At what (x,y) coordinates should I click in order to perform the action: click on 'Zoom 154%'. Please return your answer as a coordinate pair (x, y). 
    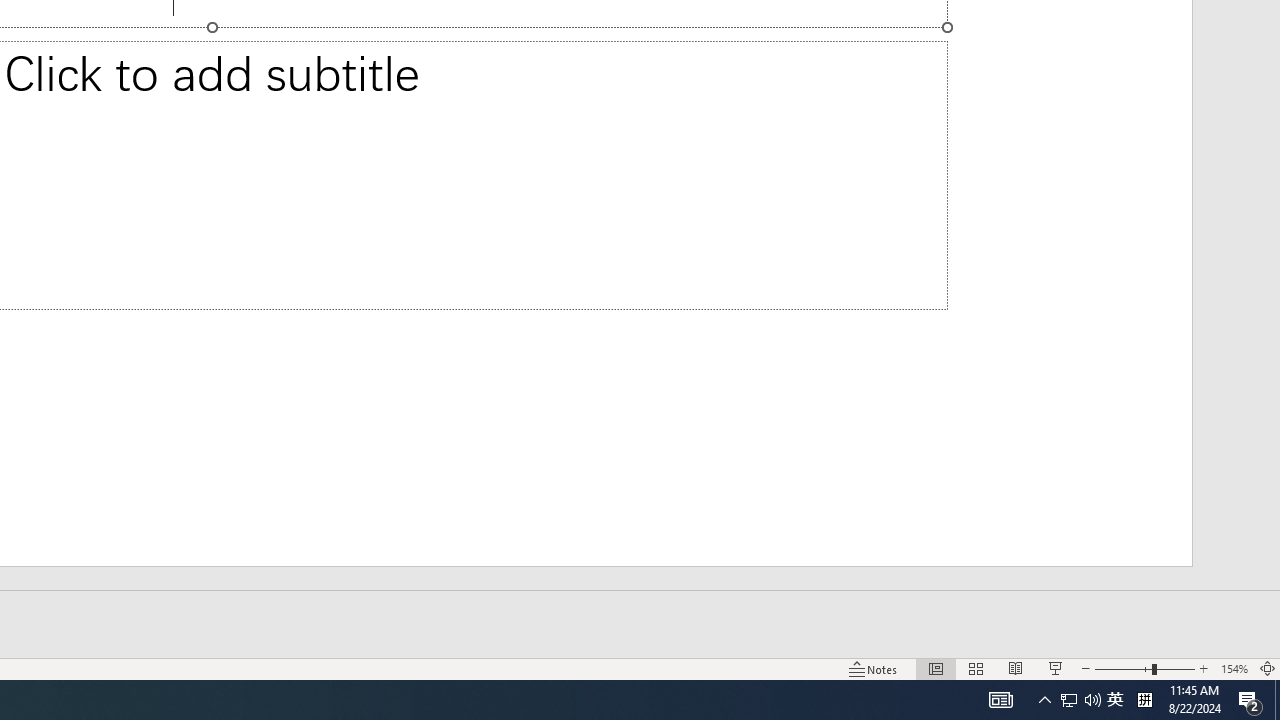
    Looking at the image, I should click on (1233, 669).